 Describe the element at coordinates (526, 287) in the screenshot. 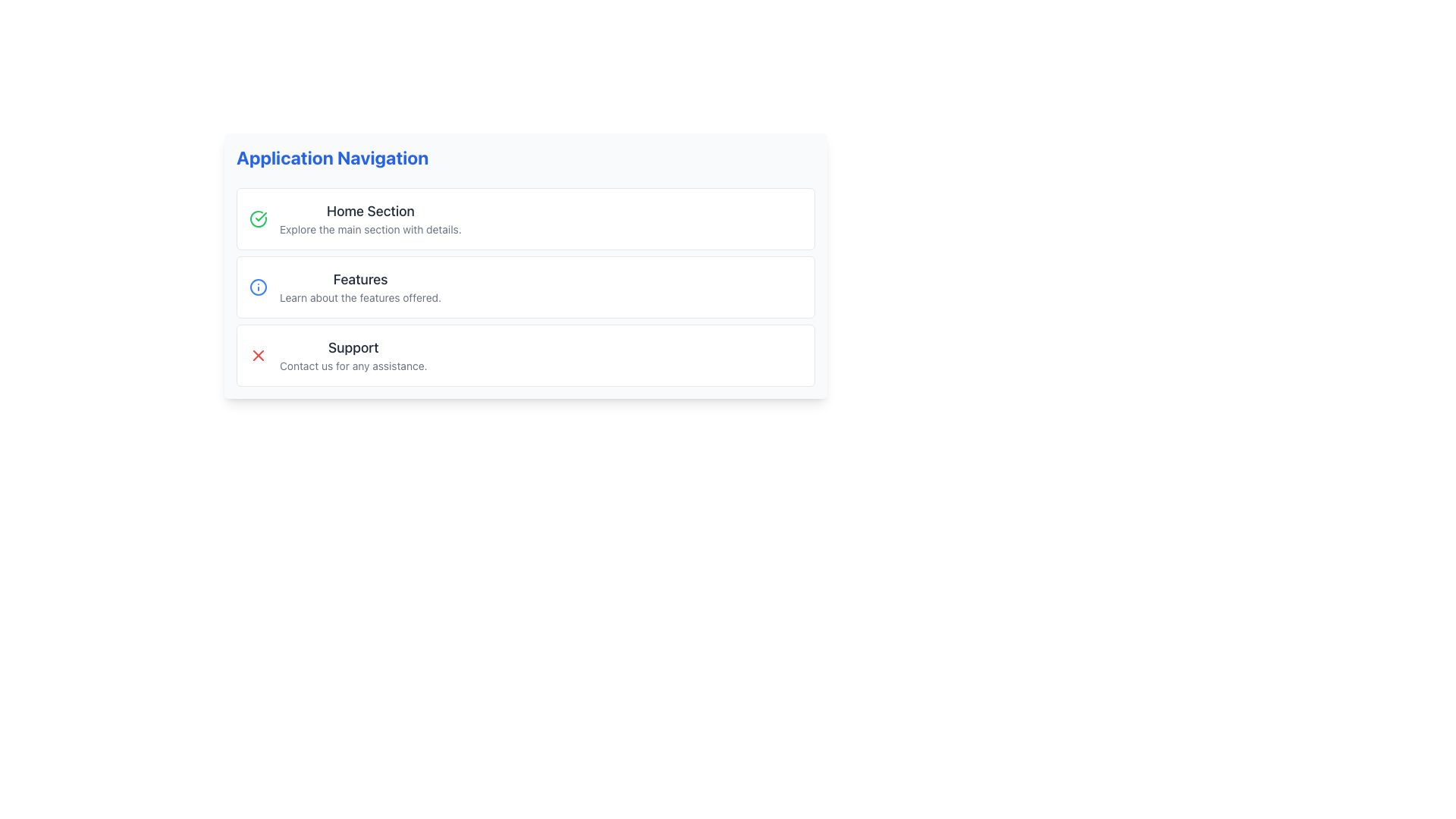

I see `the Information card located under the 'Application Navigation' title, which provides a description of the application's features and is the second section in a vertical arrangement` at that location.